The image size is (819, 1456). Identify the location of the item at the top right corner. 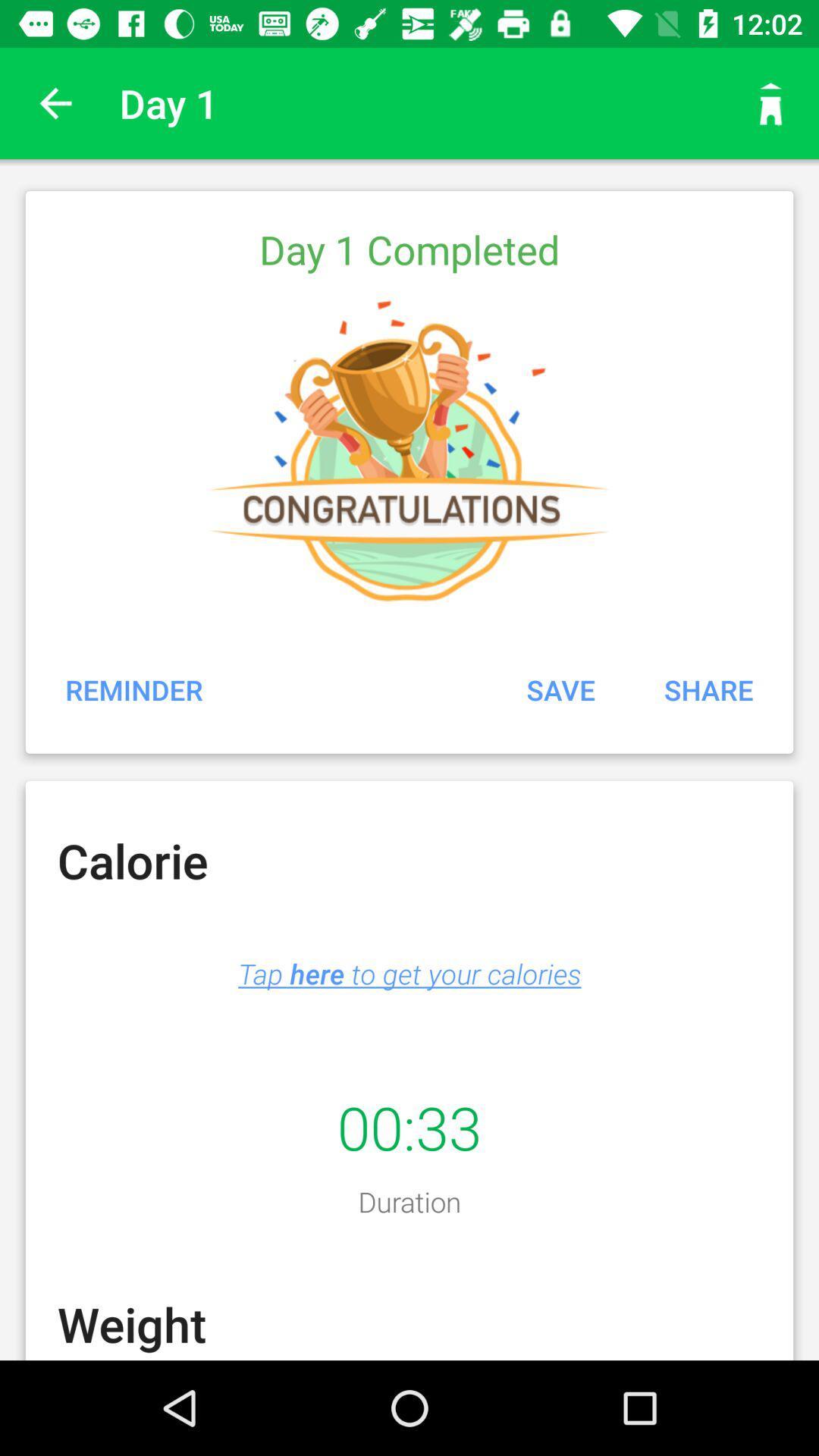
(771, 102).